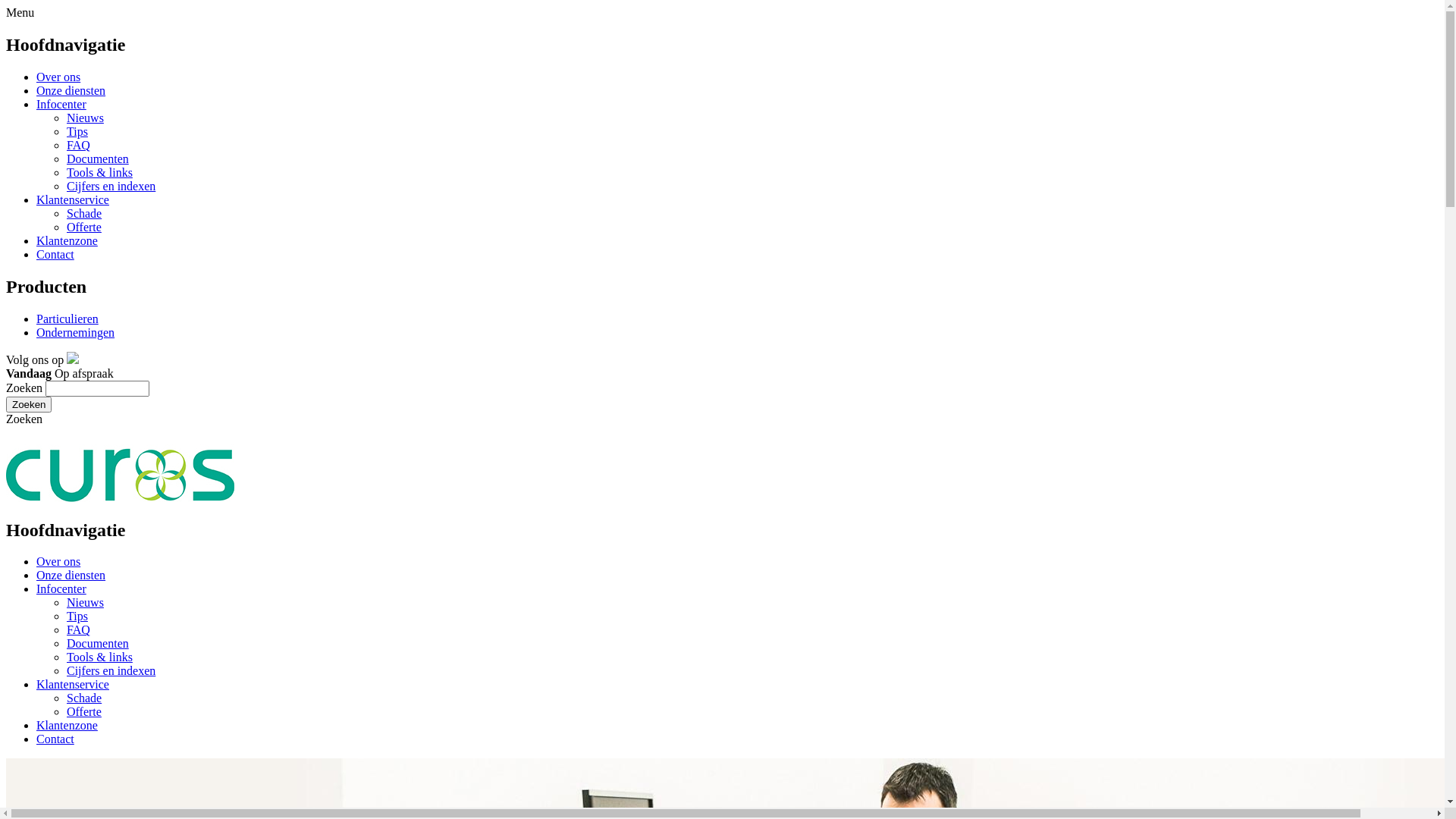  What do you see at coordinates (76, 616) in the screenshot?
I see `'Tips'` at bounding box center [76, 616].